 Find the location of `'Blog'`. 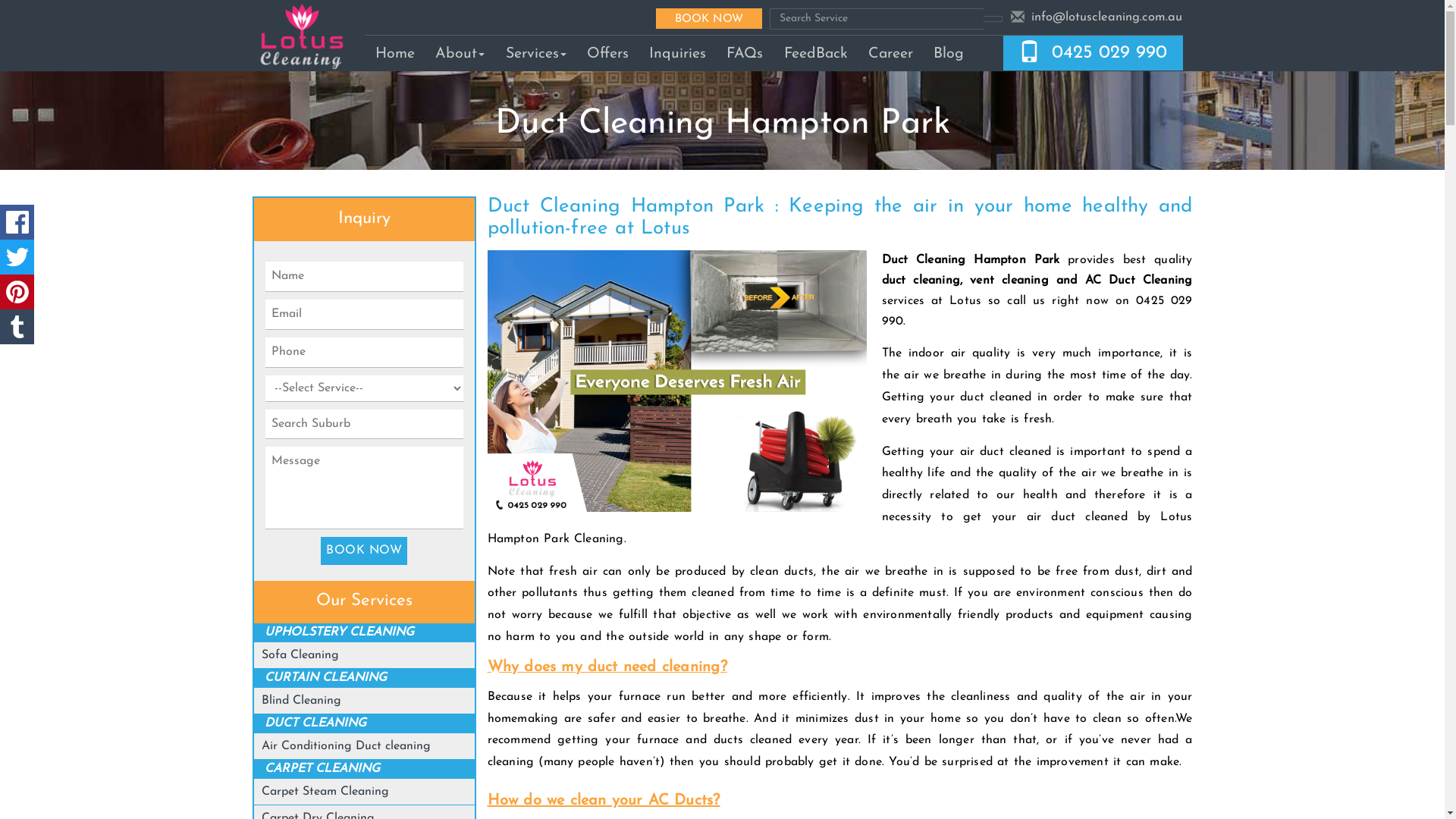

'Blog' is located at coordinates (948, 52).